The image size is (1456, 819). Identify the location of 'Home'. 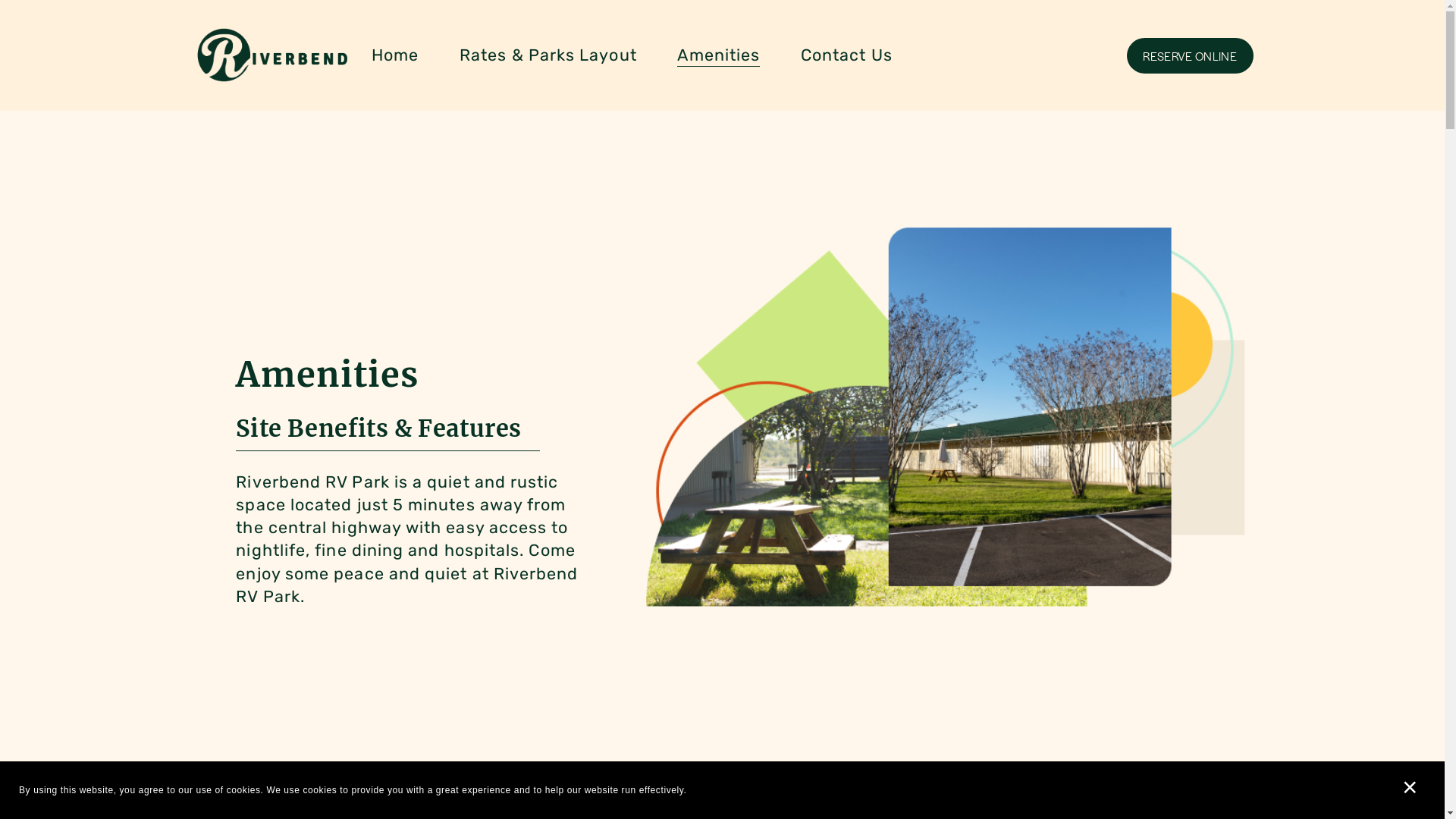
(395, 55).